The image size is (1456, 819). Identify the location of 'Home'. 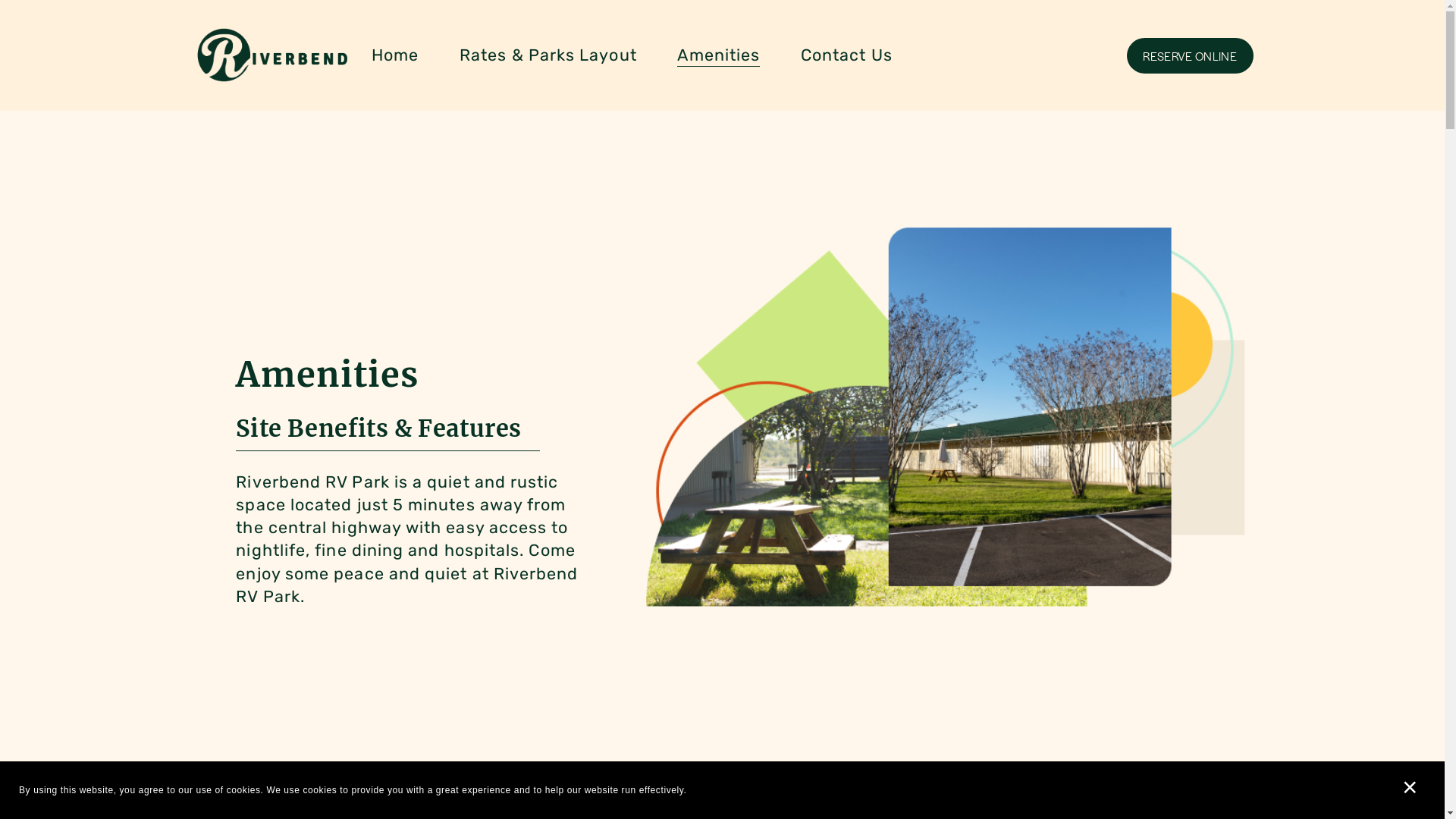
(395, 55).